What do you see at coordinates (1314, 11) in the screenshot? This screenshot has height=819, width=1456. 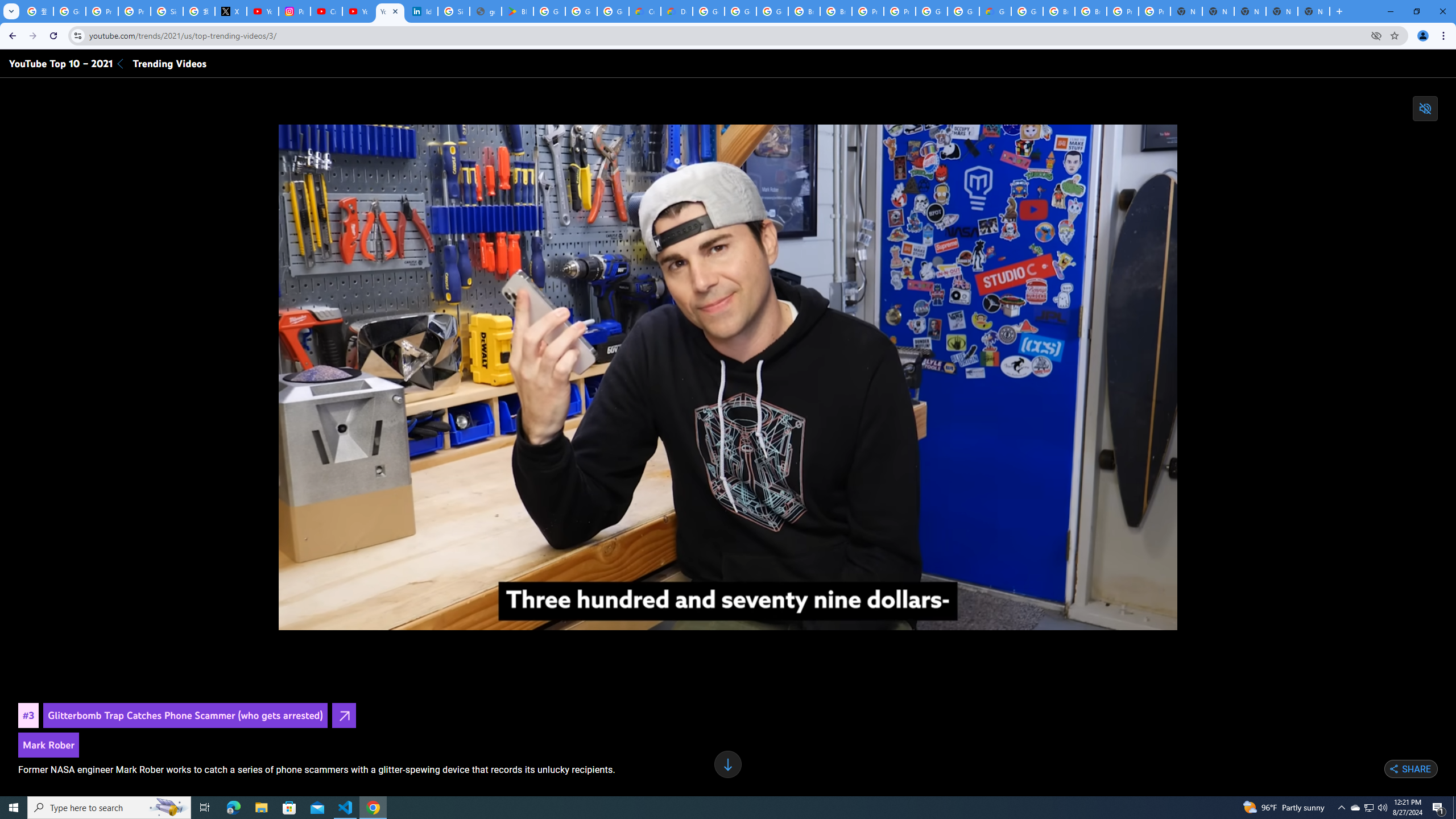 I see `'New Tab'` at bounding box center [1314, 11].